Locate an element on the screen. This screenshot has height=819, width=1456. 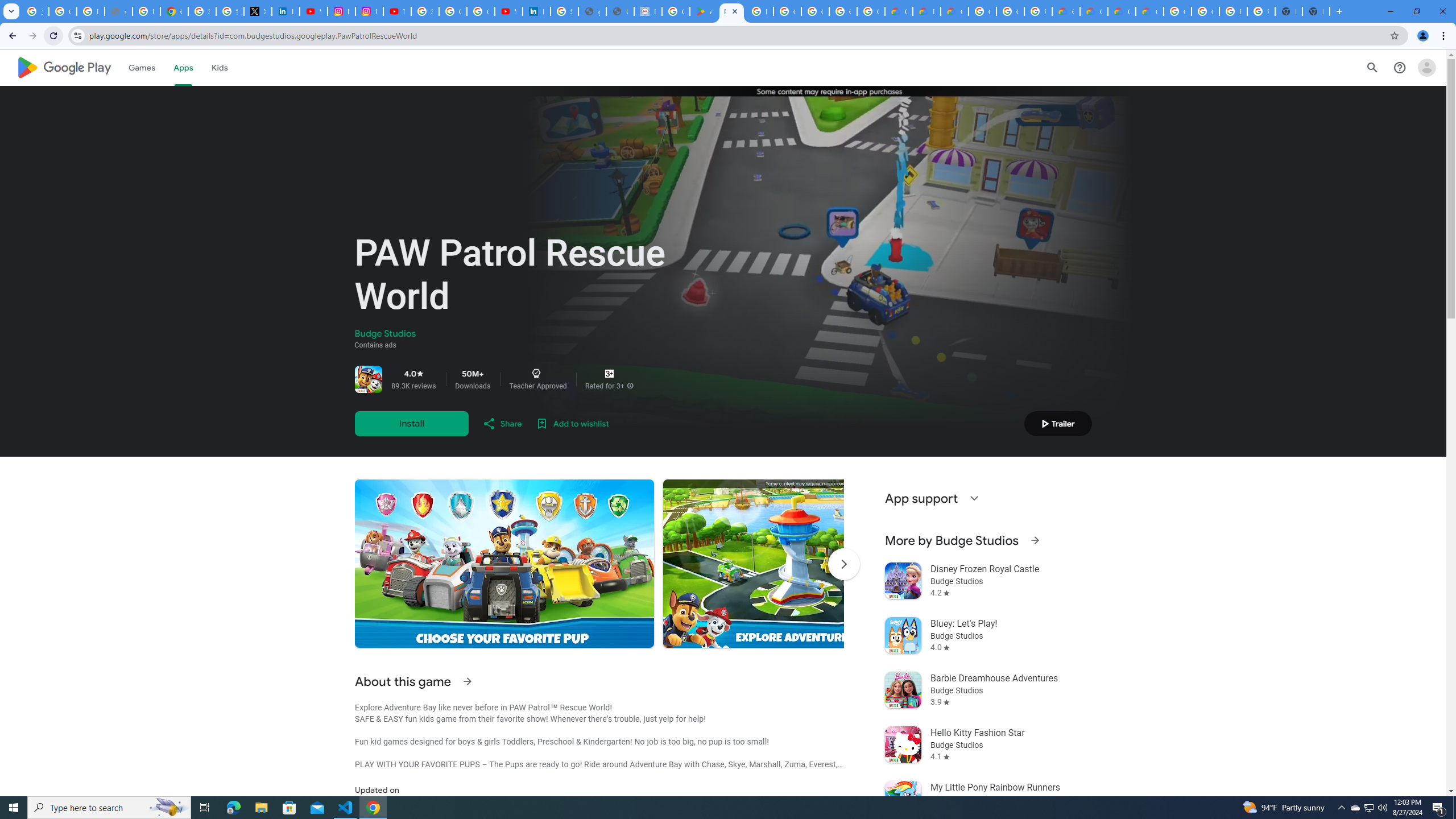
'PAW Patrol Rescue World - Apps on Google Play' is located at coordinates (731, 11).